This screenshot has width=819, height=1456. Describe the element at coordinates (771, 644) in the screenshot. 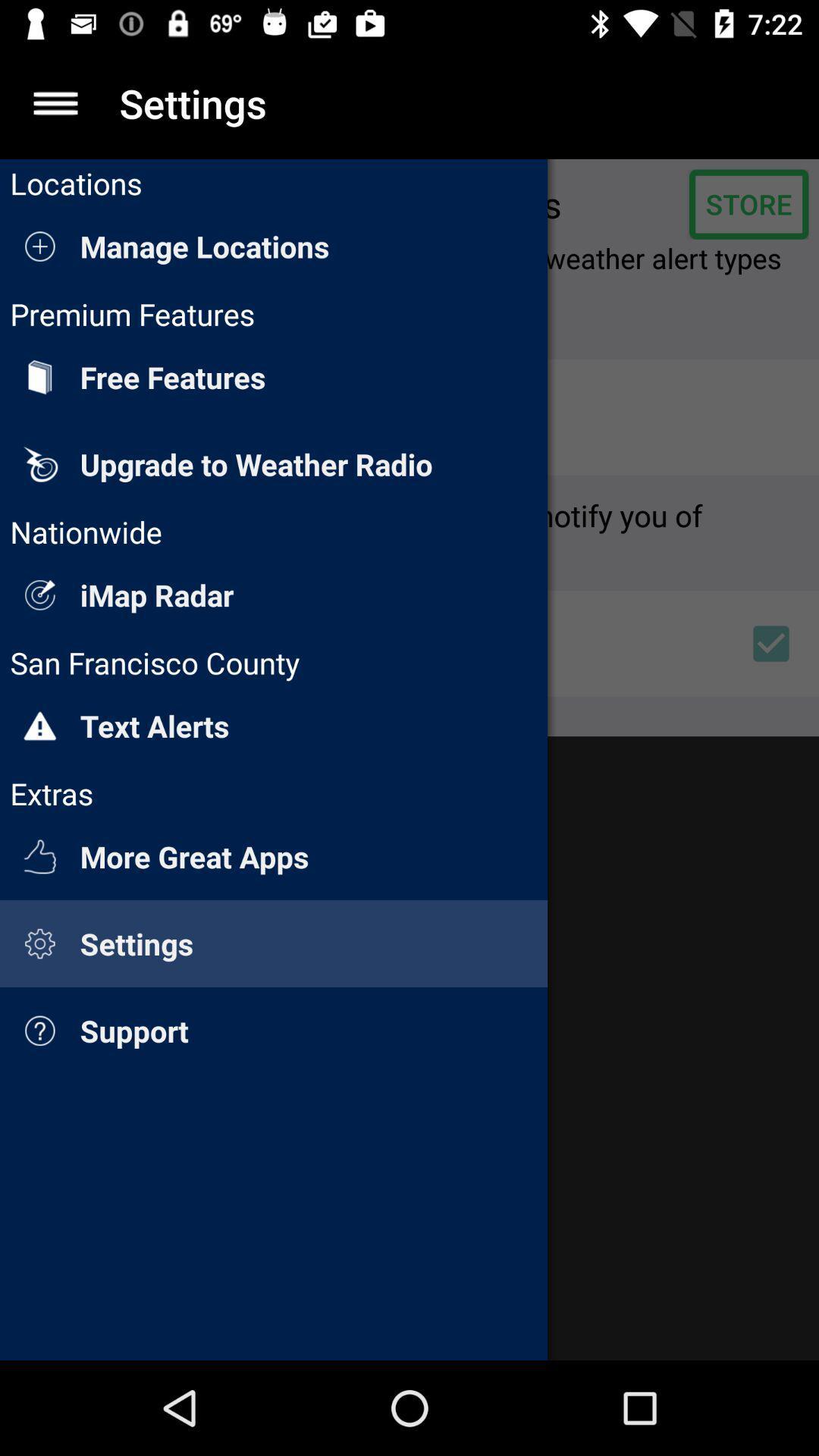

I see `check box which is in green color and also has got tick mark` at that location.